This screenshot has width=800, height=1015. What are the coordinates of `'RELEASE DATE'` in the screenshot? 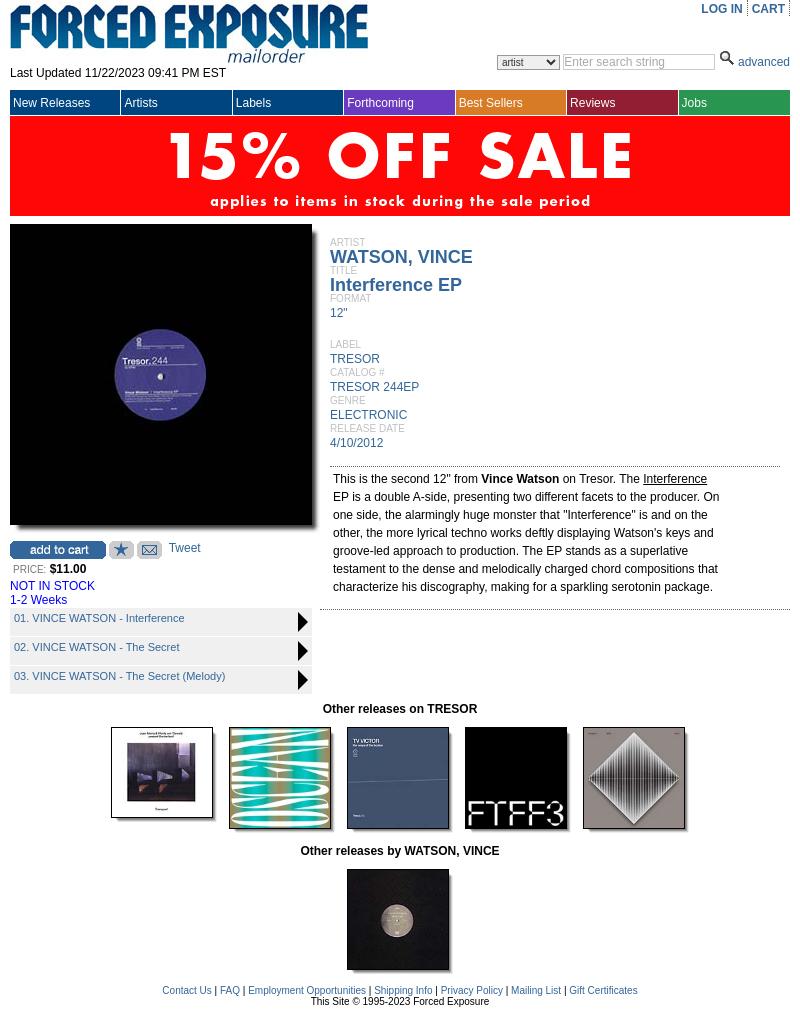 It's located at (366, 428).